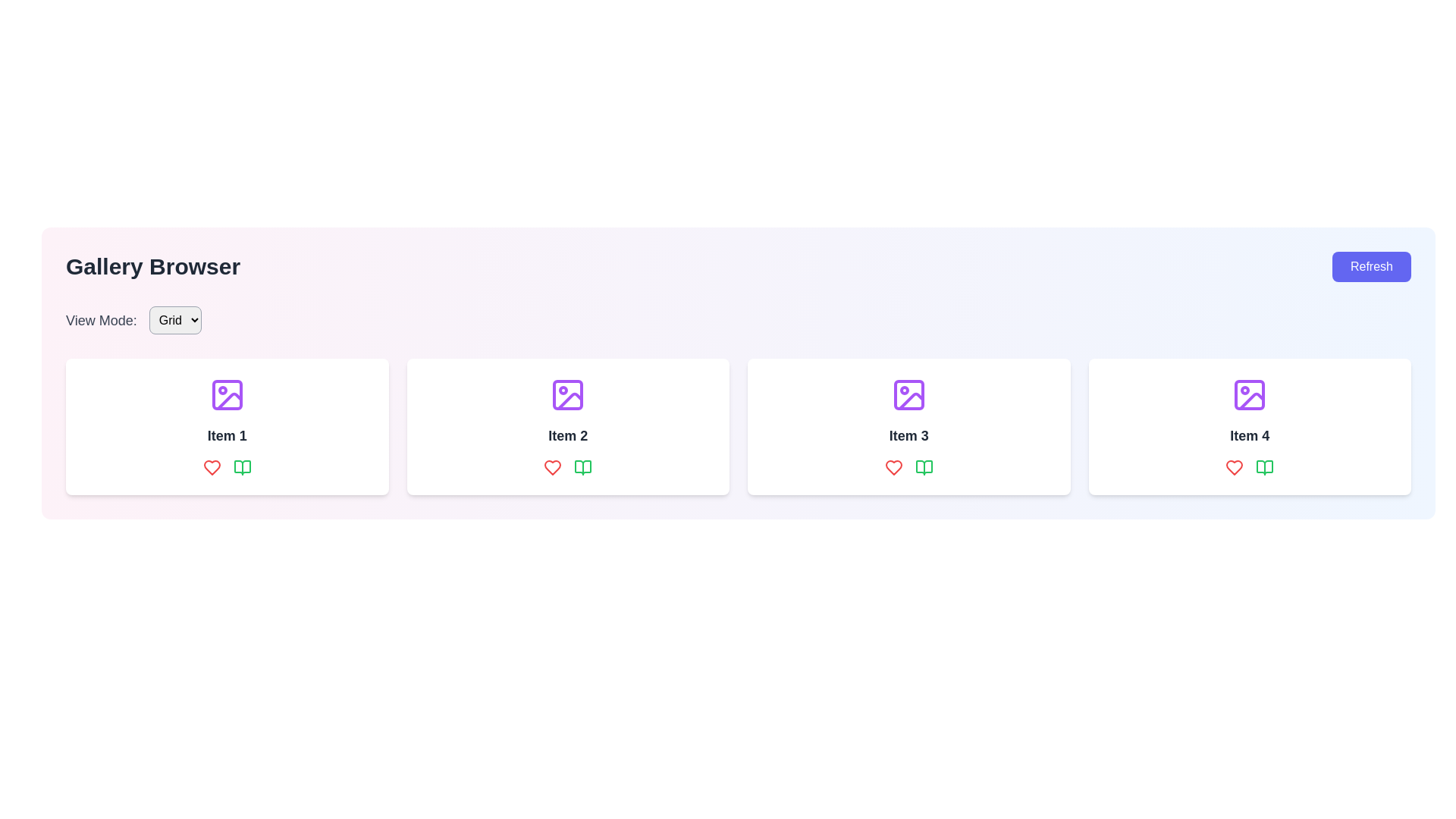  What do you see at coordinates (567, 427) in the screenshot?
I see `the second card component in the grid layout` at bounding box center [567, 427].